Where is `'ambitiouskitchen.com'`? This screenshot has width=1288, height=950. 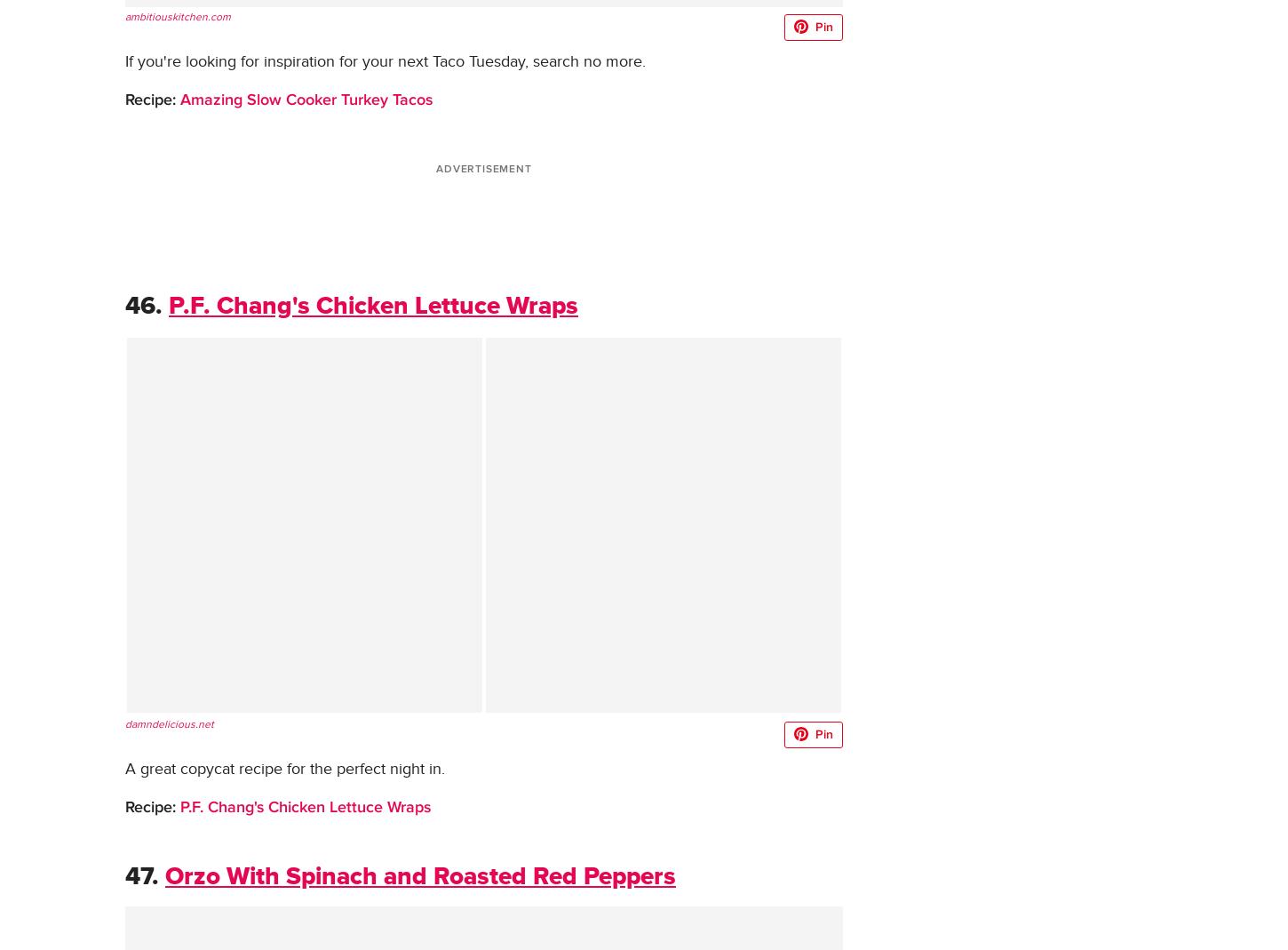 'ambitiouskitchen.com' is located at coordinates (177, 16).